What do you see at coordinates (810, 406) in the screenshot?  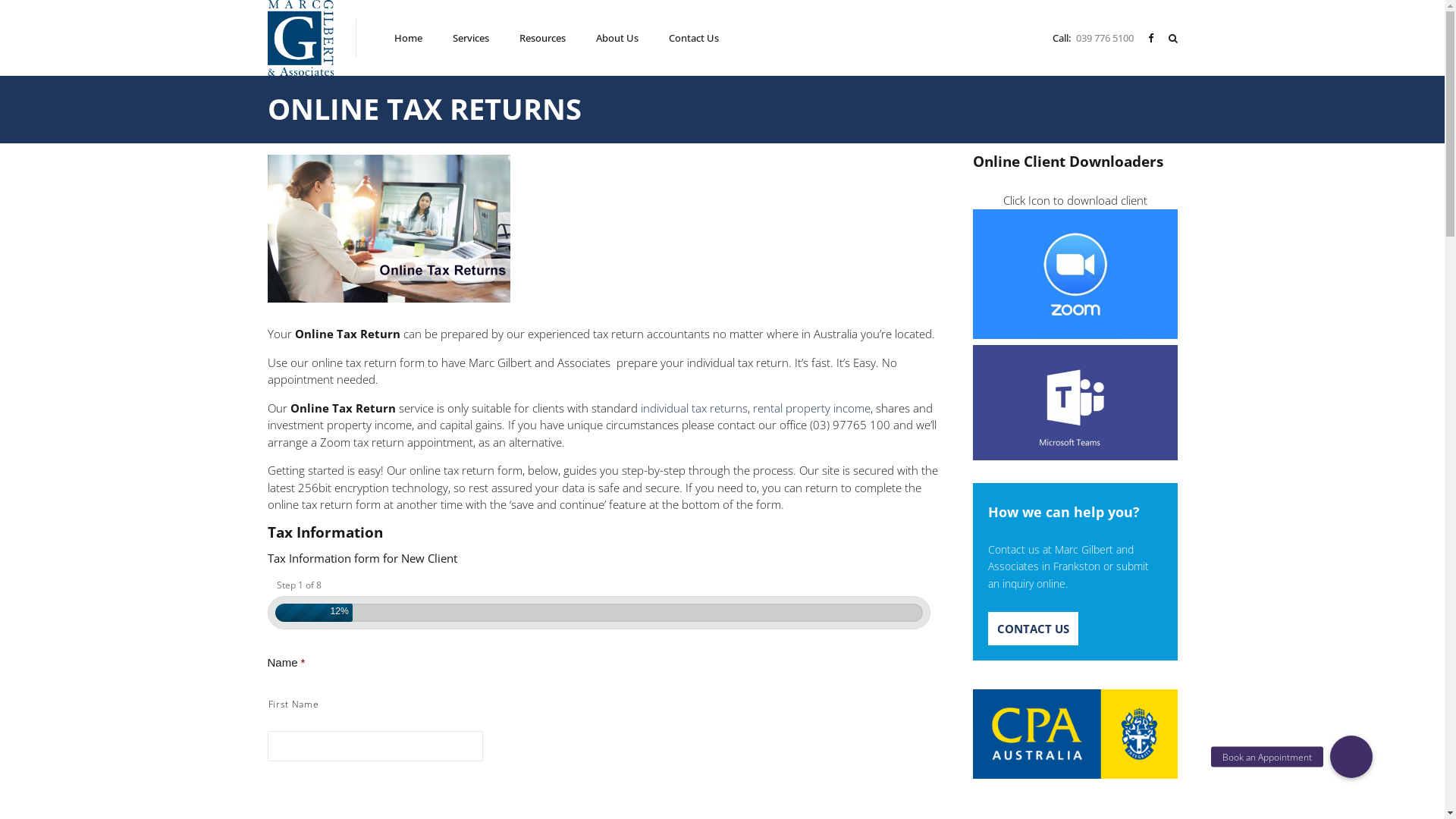 I see `'rental property income'` at bounding box center [810, 406].